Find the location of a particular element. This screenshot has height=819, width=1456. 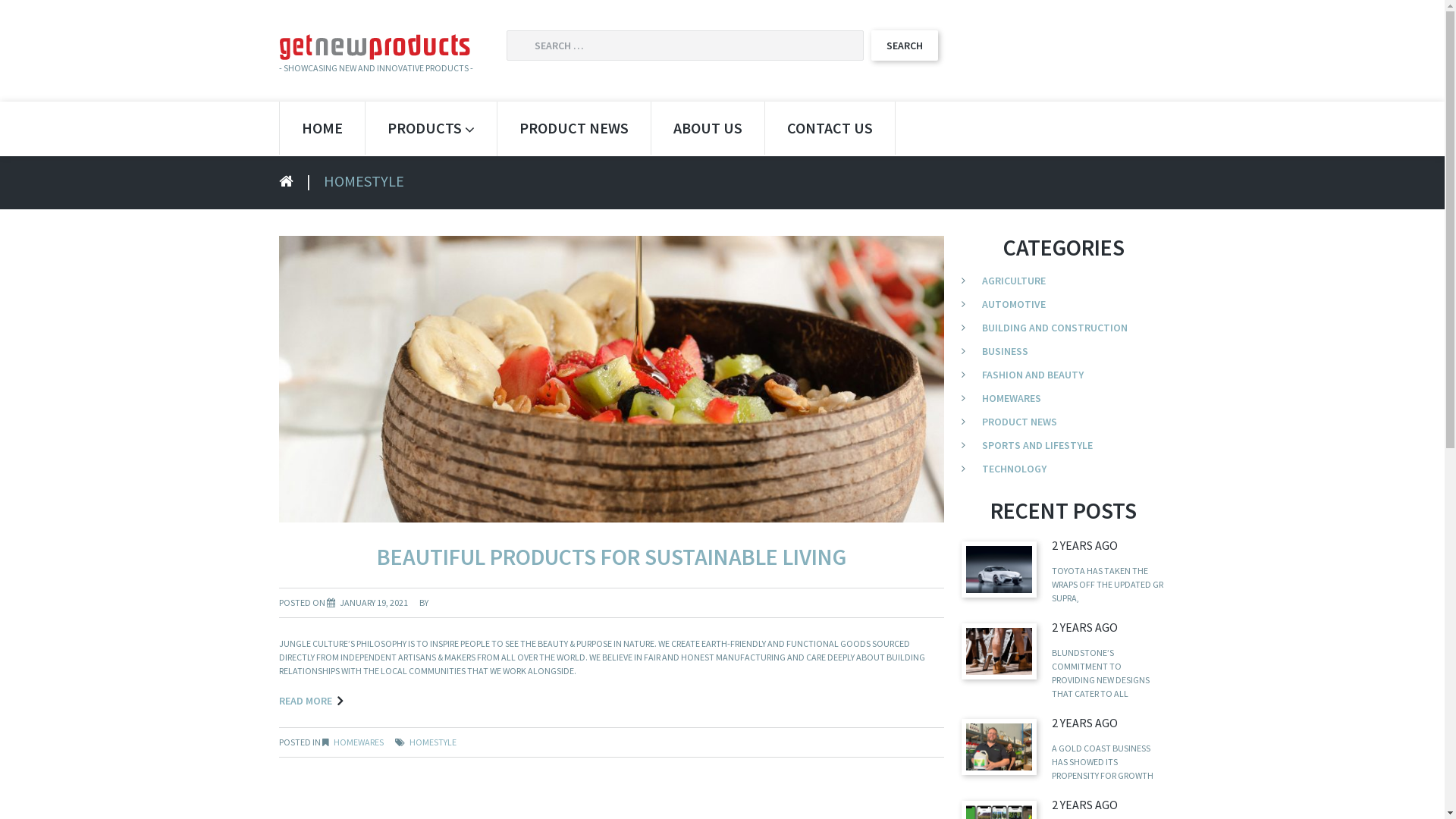

'PRODUCT NEWS' is located at coordinates (1019, 421).